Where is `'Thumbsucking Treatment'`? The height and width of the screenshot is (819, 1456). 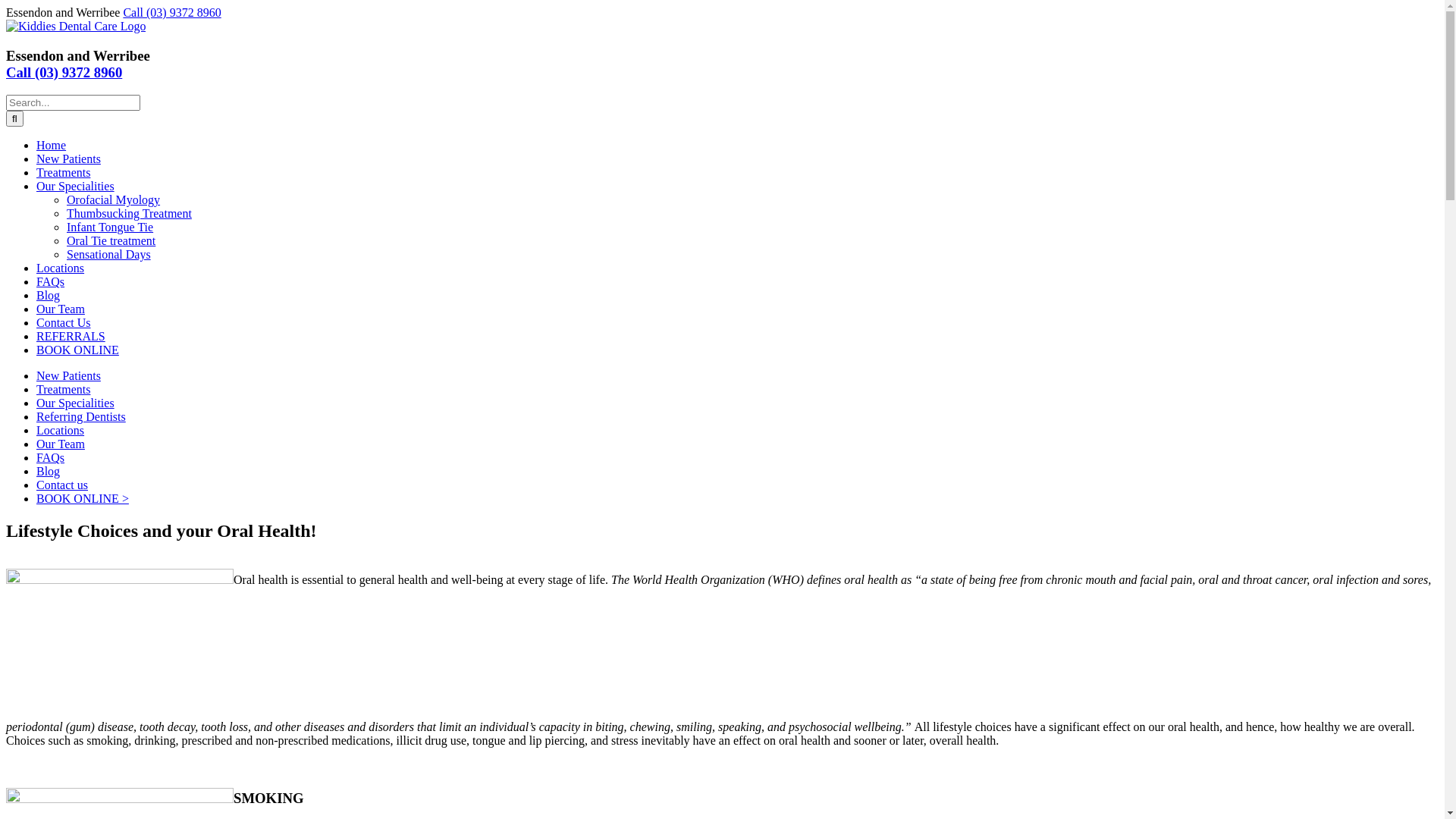
'Thumbsucking Treatment' is located at coordinates (129, 213).